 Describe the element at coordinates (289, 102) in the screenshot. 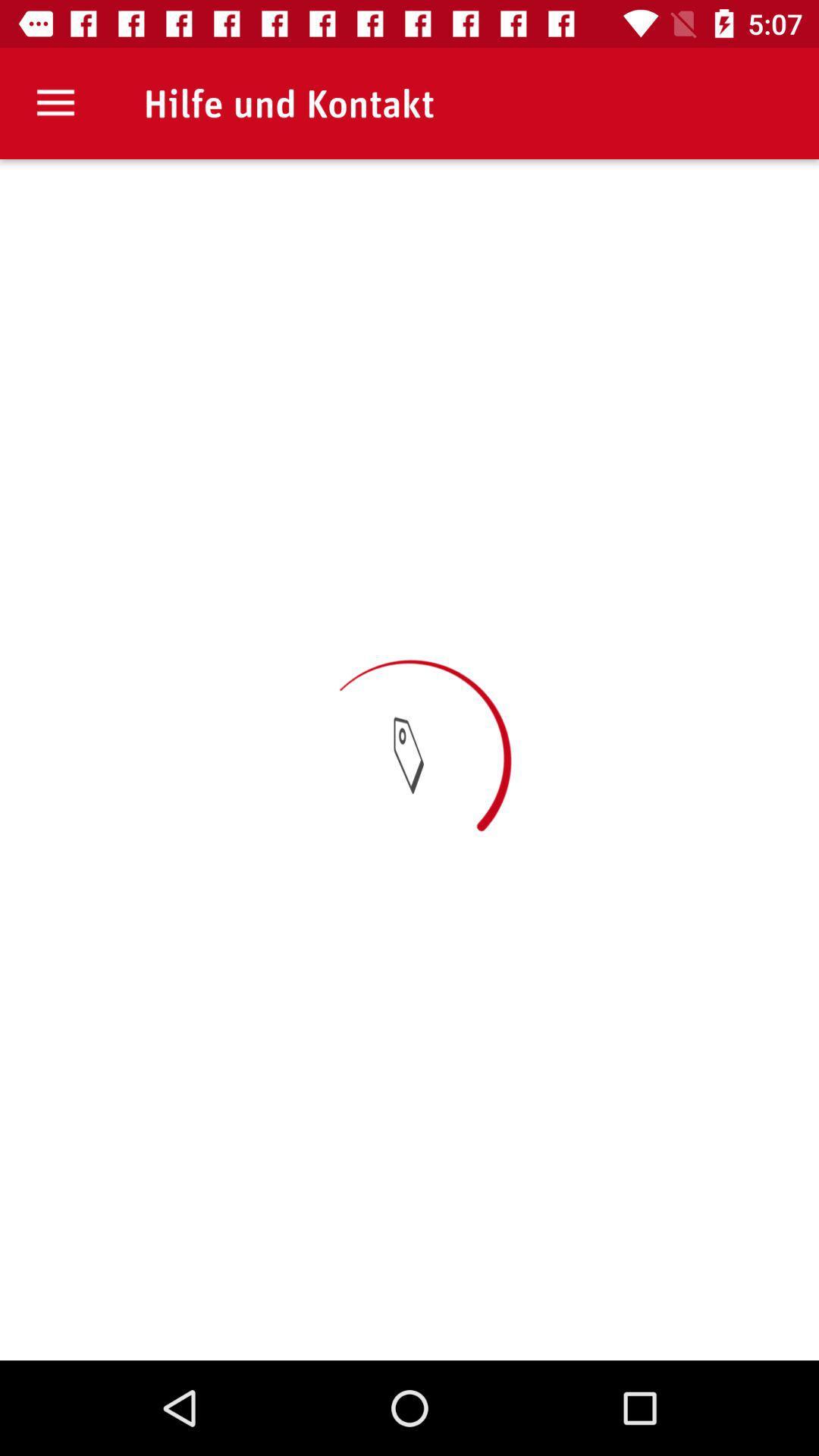

I see `the hilfe und kontakt` at that location.